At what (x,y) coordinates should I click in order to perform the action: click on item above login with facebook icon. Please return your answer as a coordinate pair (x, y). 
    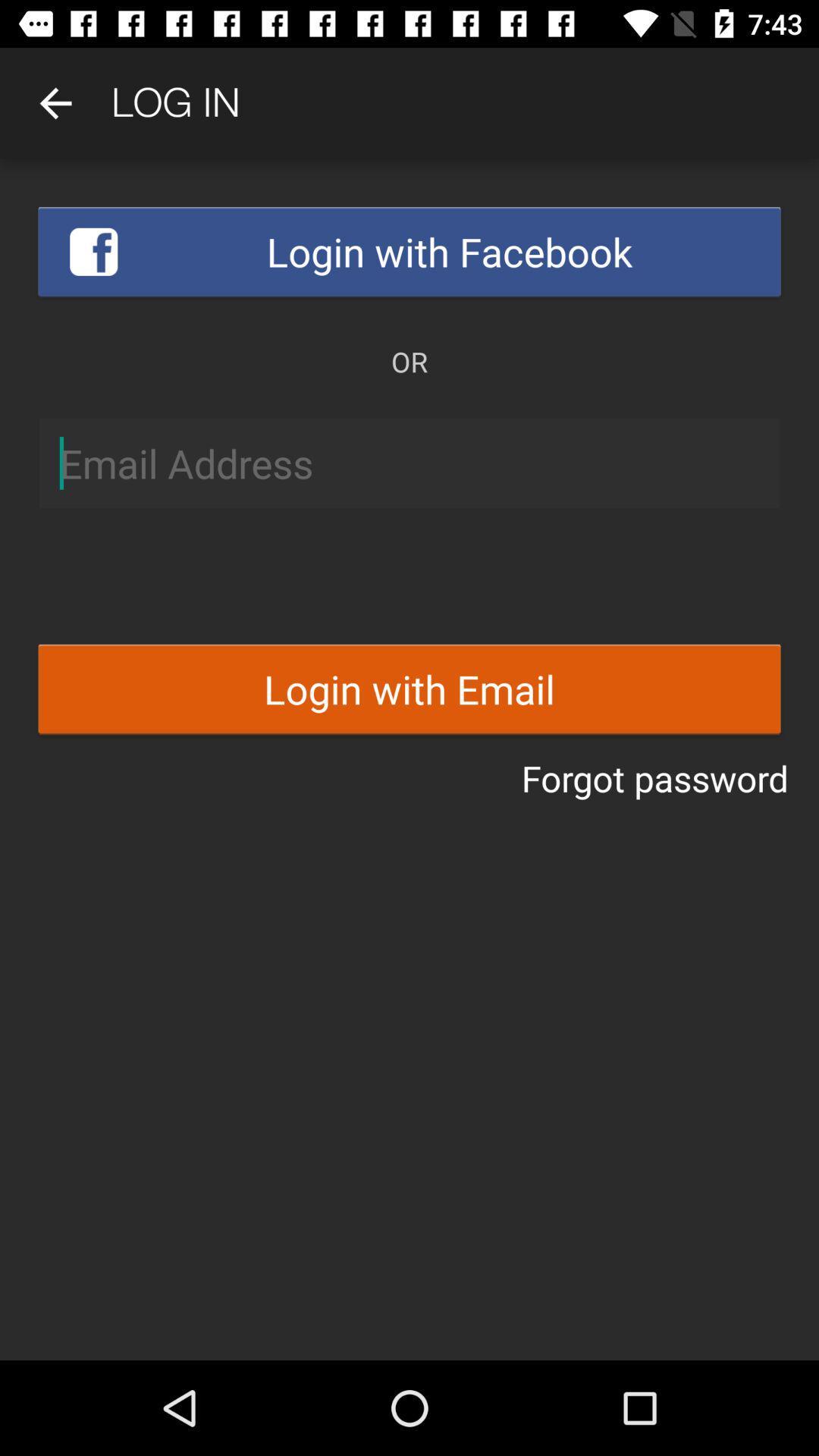
    Looking at the image, I should click on (55, 102).